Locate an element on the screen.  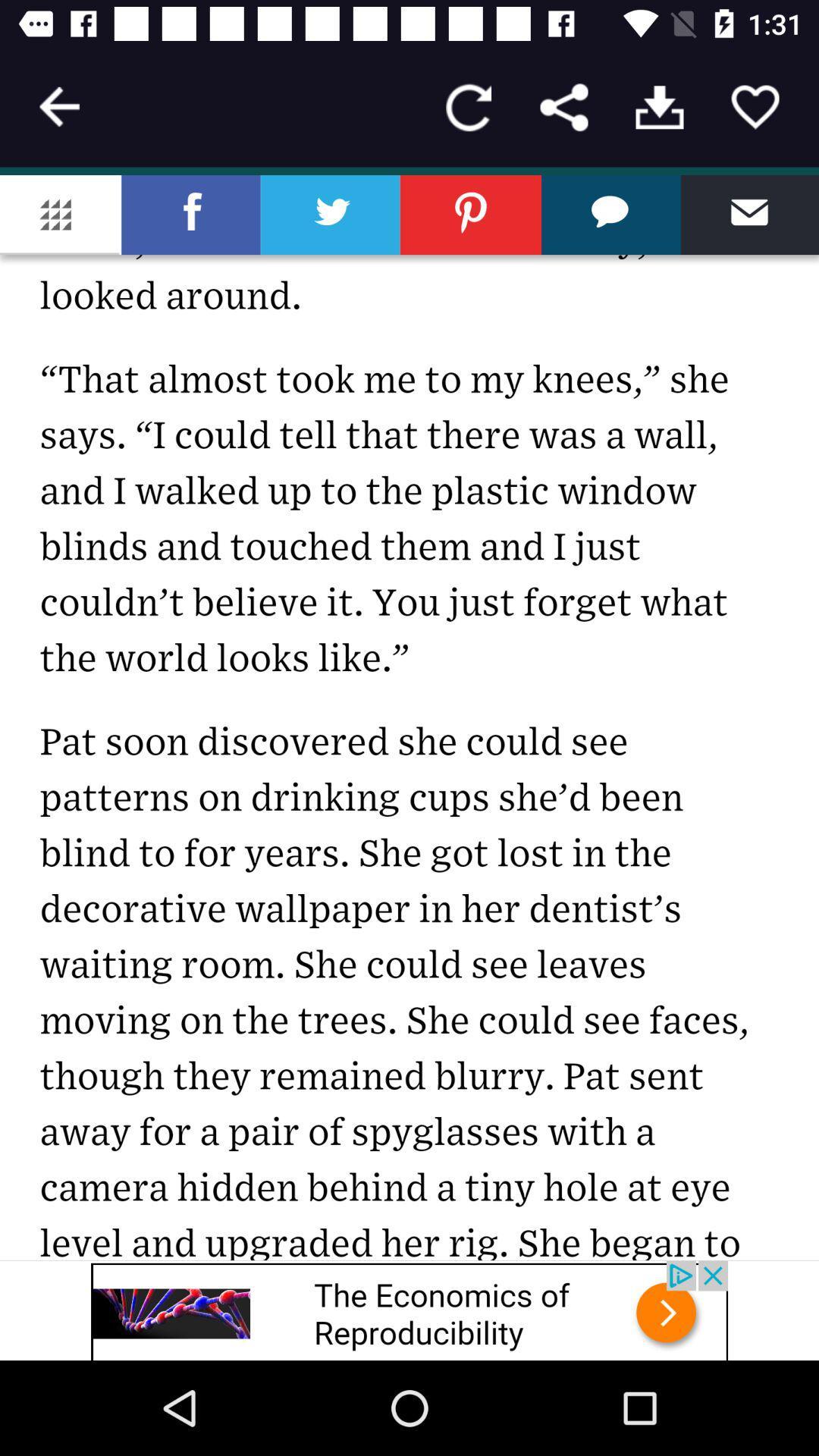
the arrow_backward icon is located at coordinates (58, 106).